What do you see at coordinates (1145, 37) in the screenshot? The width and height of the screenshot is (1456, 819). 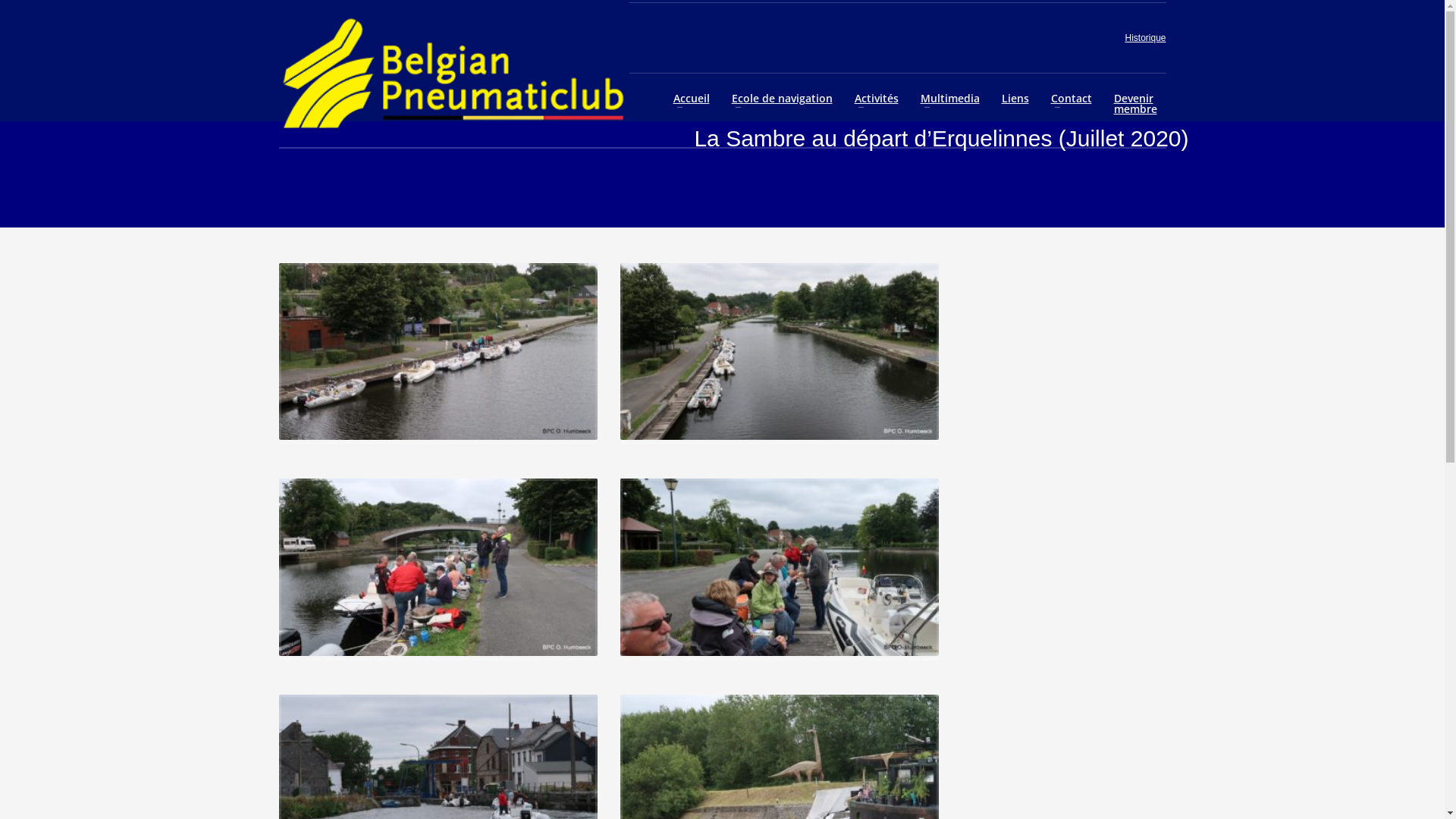 I see `'Historique'` at bounding box center [1145, 37].